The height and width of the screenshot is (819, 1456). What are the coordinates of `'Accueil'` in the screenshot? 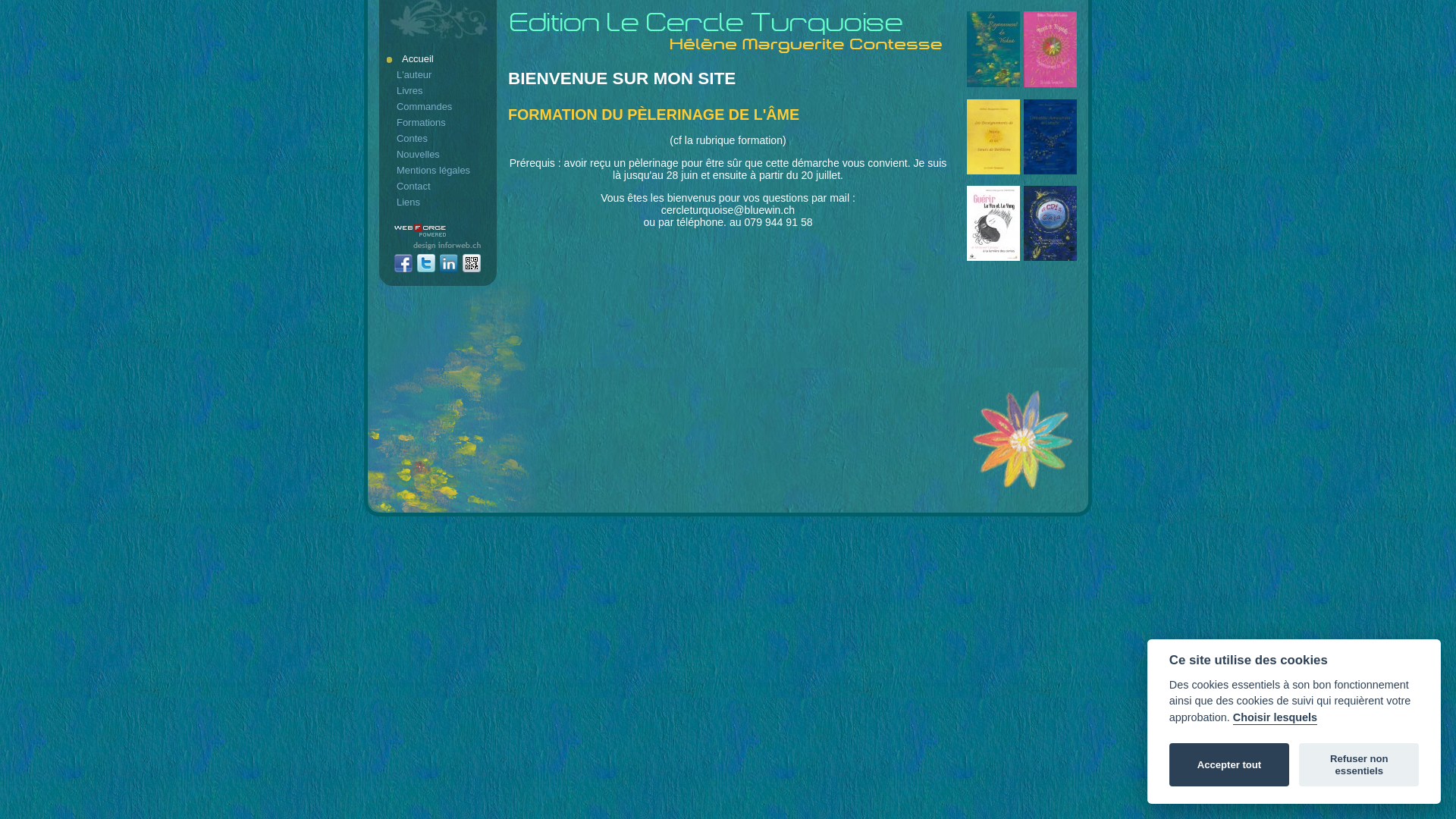 It's located at (438, 58).